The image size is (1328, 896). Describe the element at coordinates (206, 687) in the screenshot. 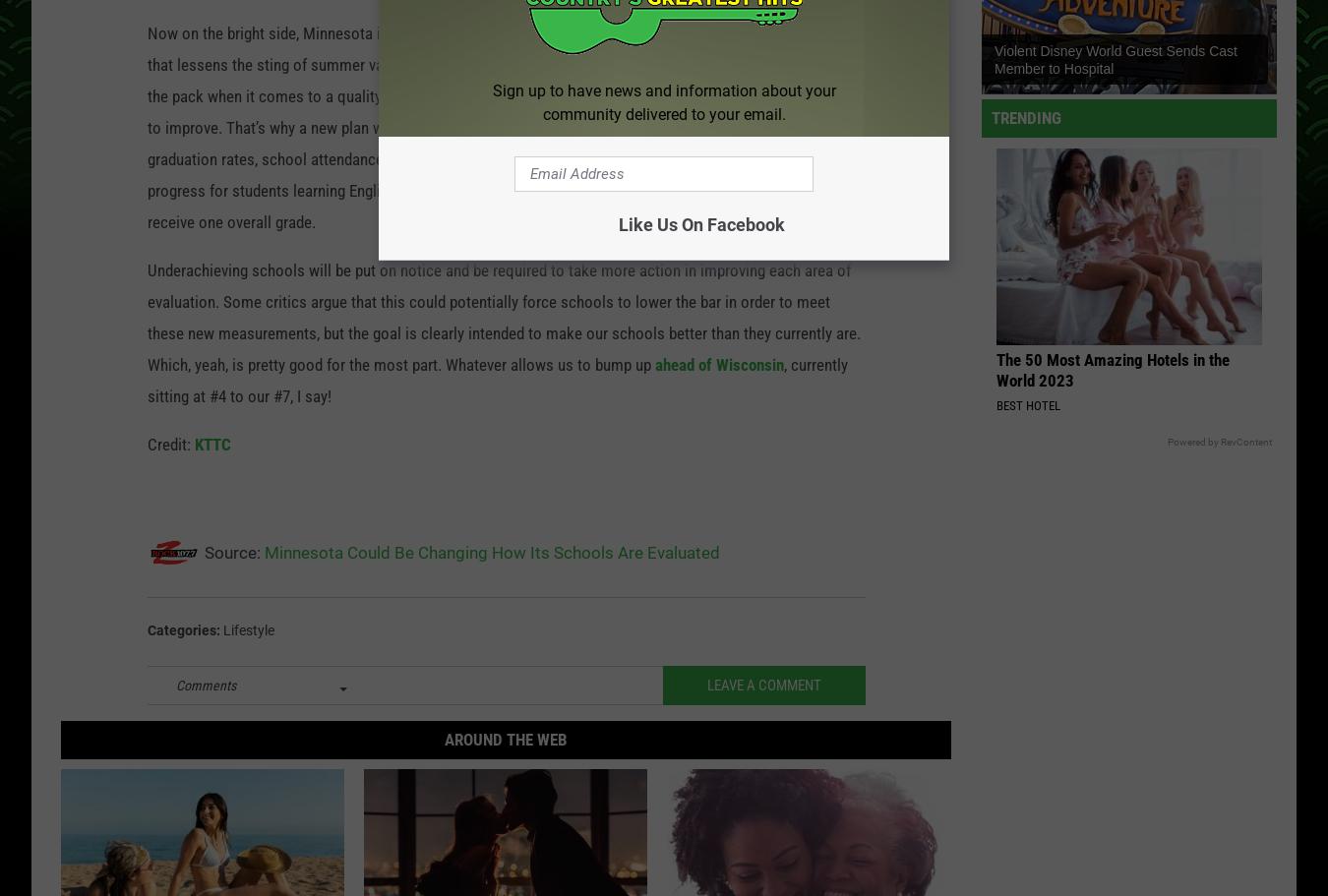

I see `'Comments'` at that location.